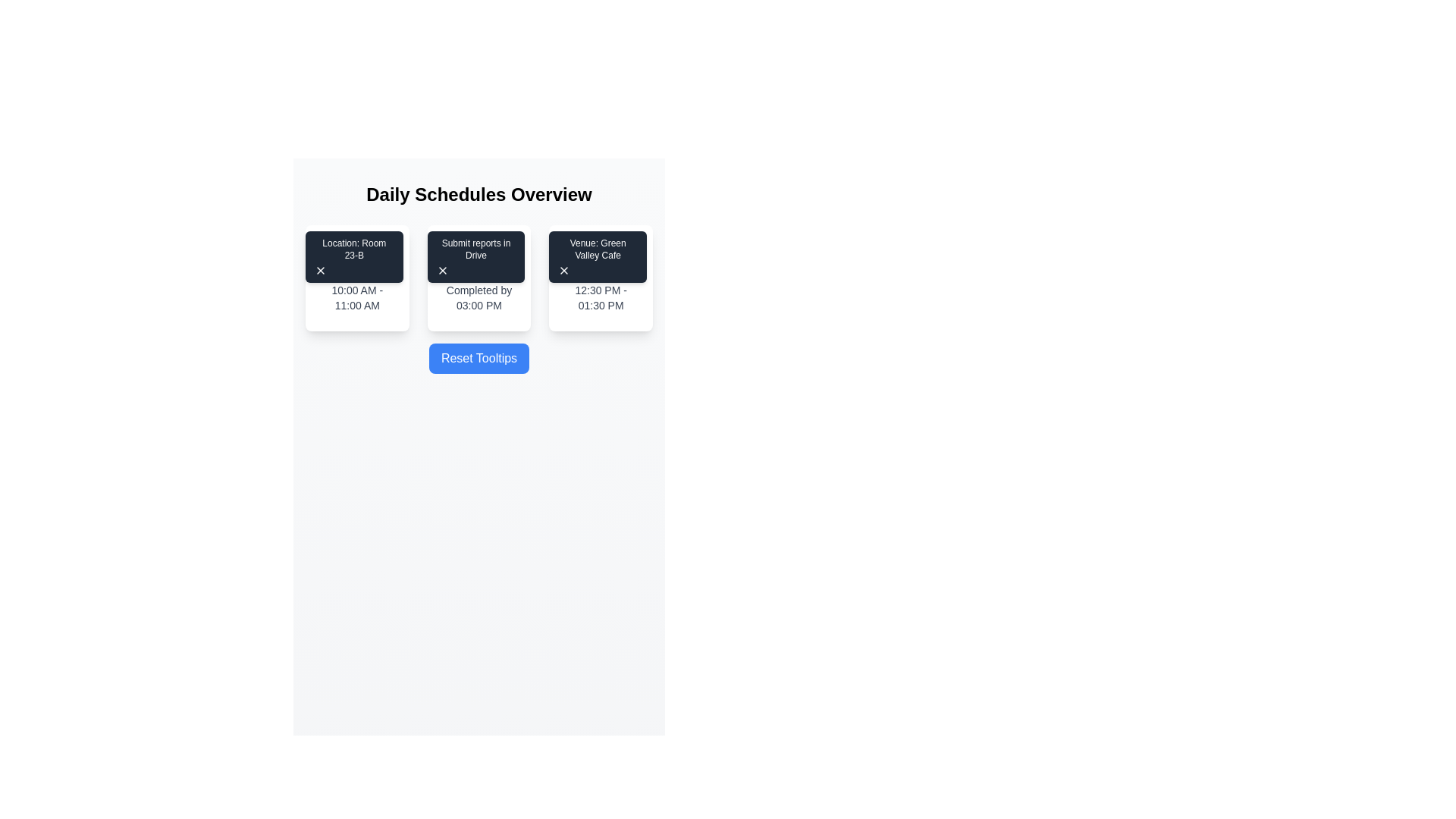 This screenshot has height=819, width=1456. What do you see at coordinates (353, 256) in the screenshot?
I see `the informational badge located in the top-right corner of the calendar event card` at bounding box center [353, 256].